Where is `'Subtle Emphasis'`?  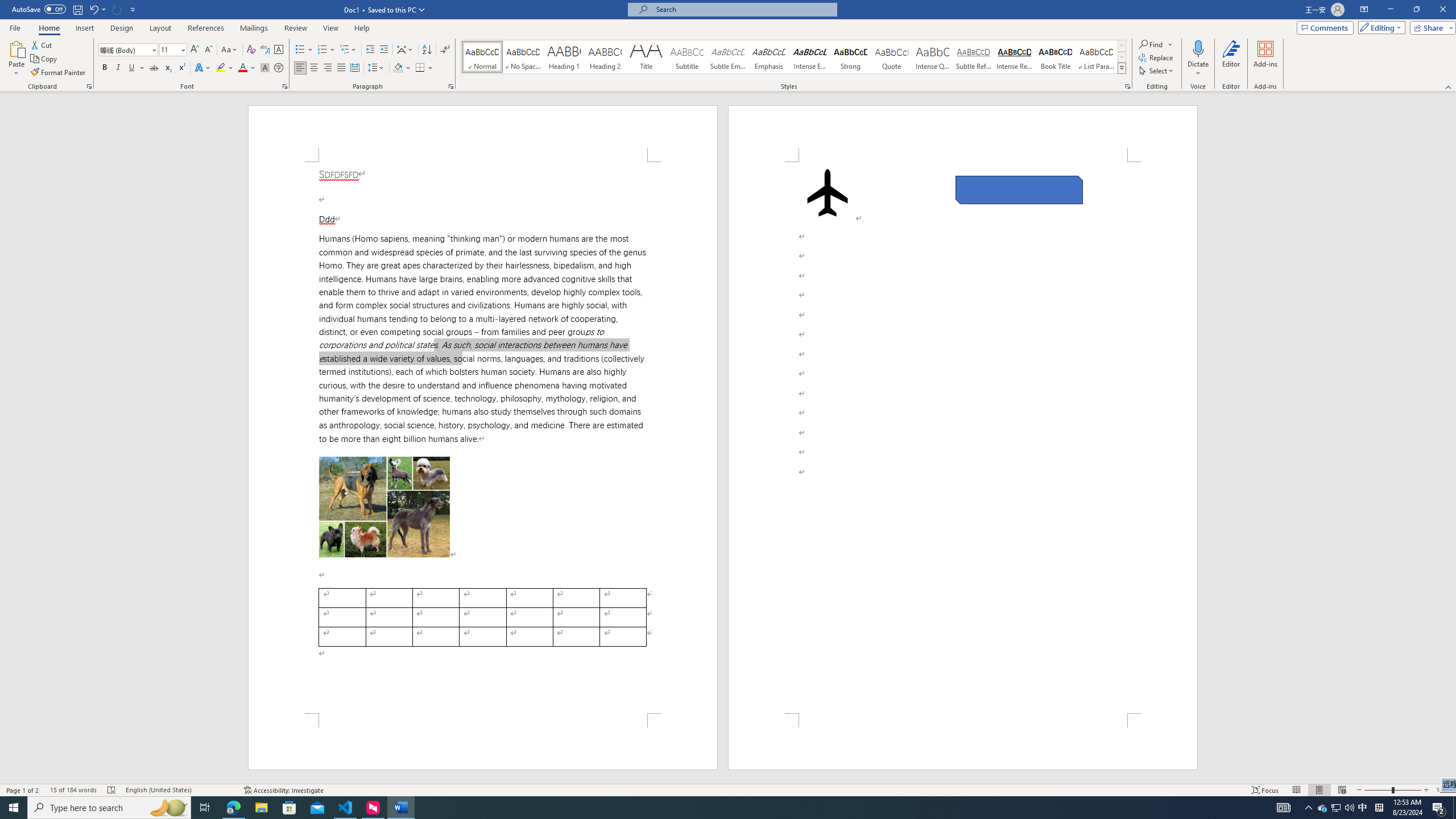
'Subtle Emphasis' is located at coordinates (728, 56).